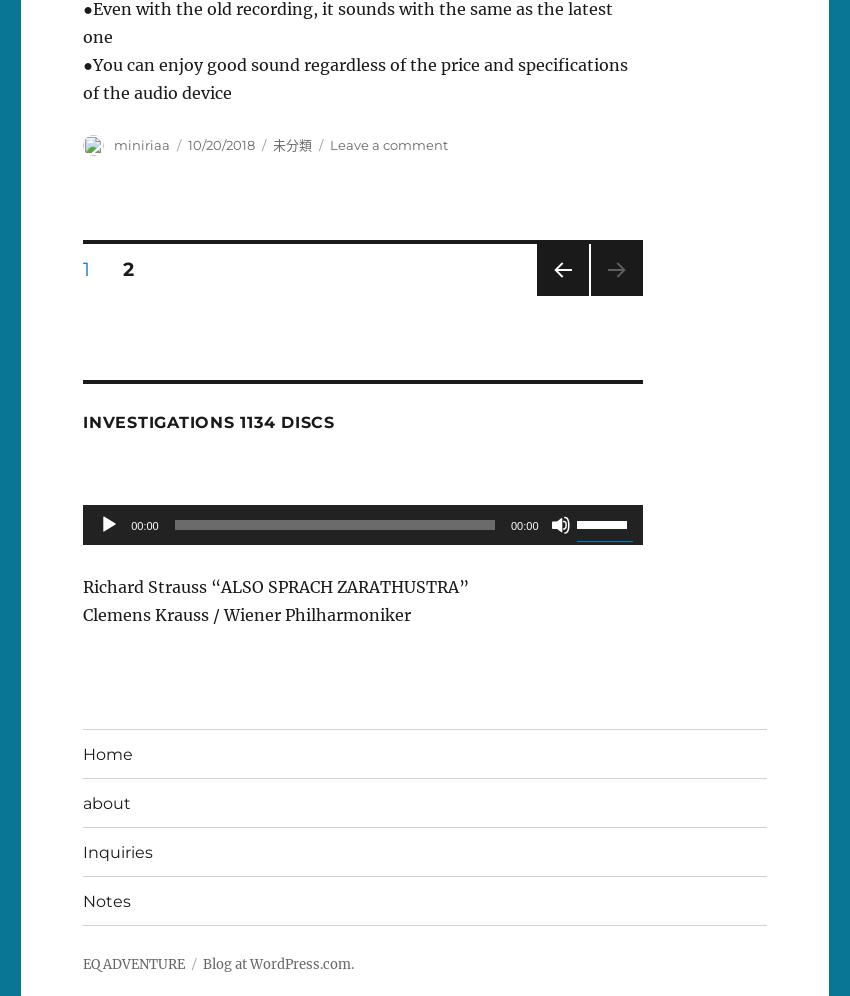  What do you see at coordinates (277, 963) in the screenshot?
I see `'Blog at WordPress.com.'` at bounding box center [277, 963].